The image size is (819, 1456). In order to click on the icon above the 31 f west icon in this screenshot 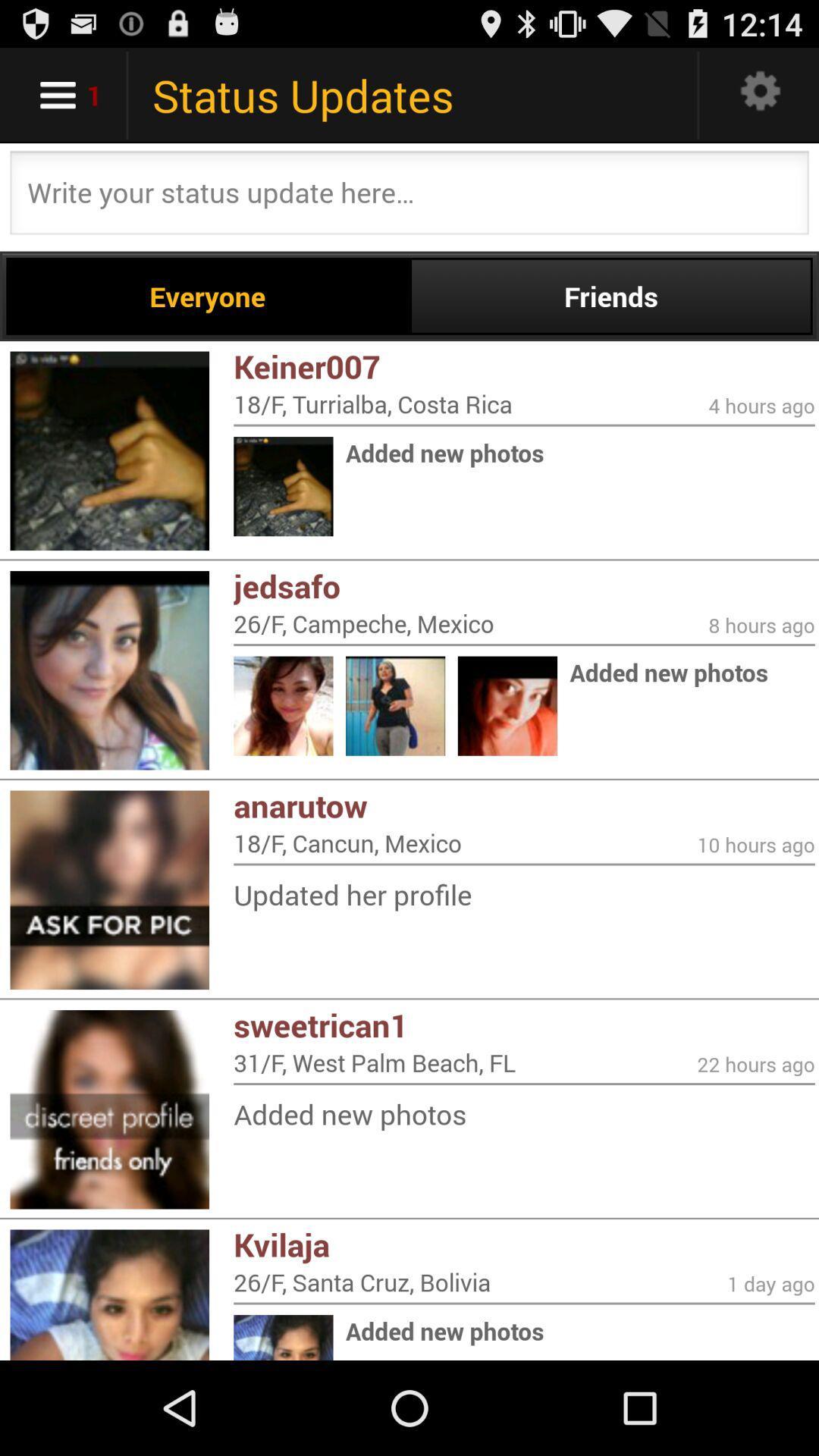, I will do `click(523, 1025)`.